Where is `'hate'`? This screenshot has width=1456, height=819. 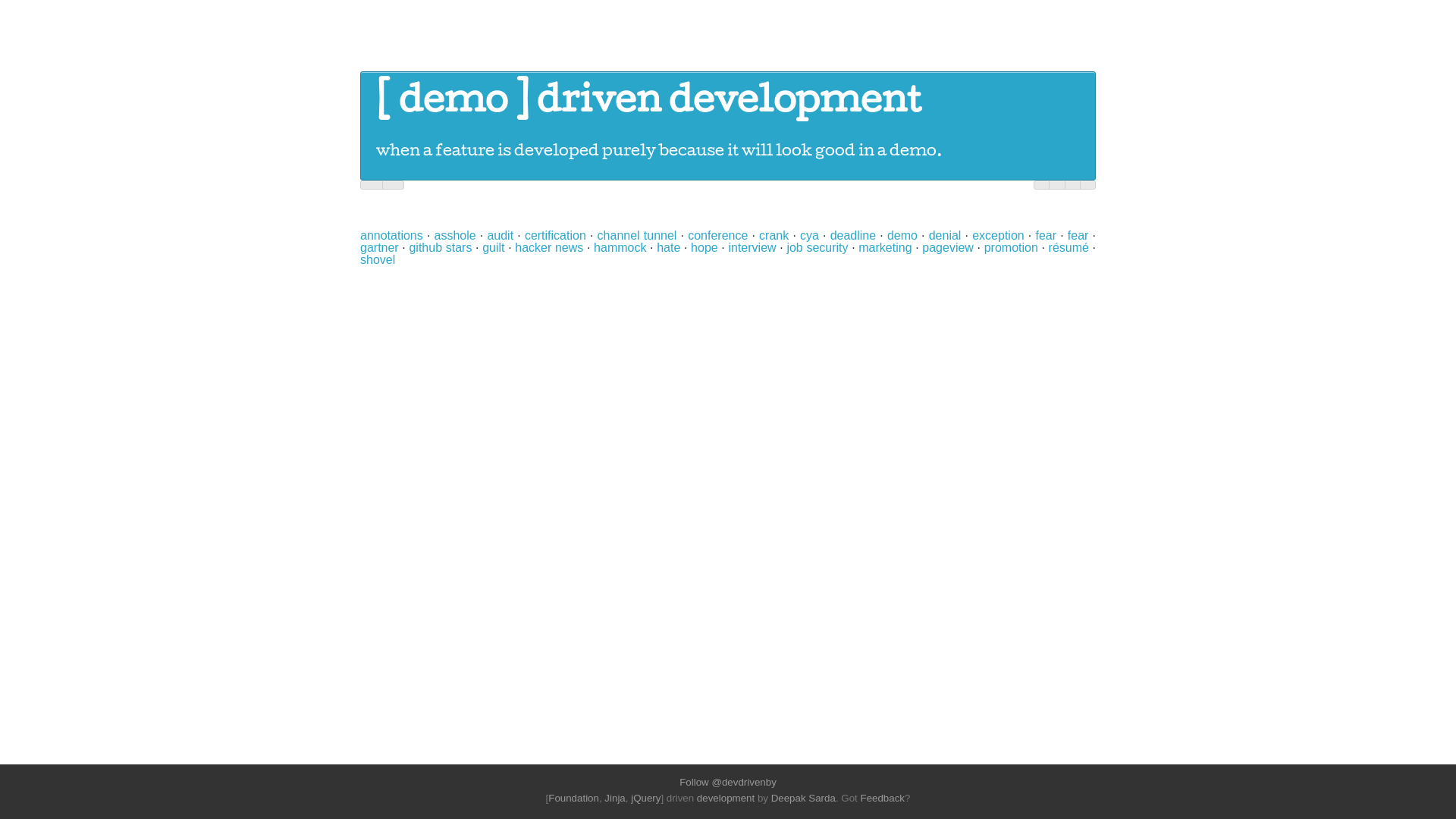
'hate' is located at coordinates (656, 246).